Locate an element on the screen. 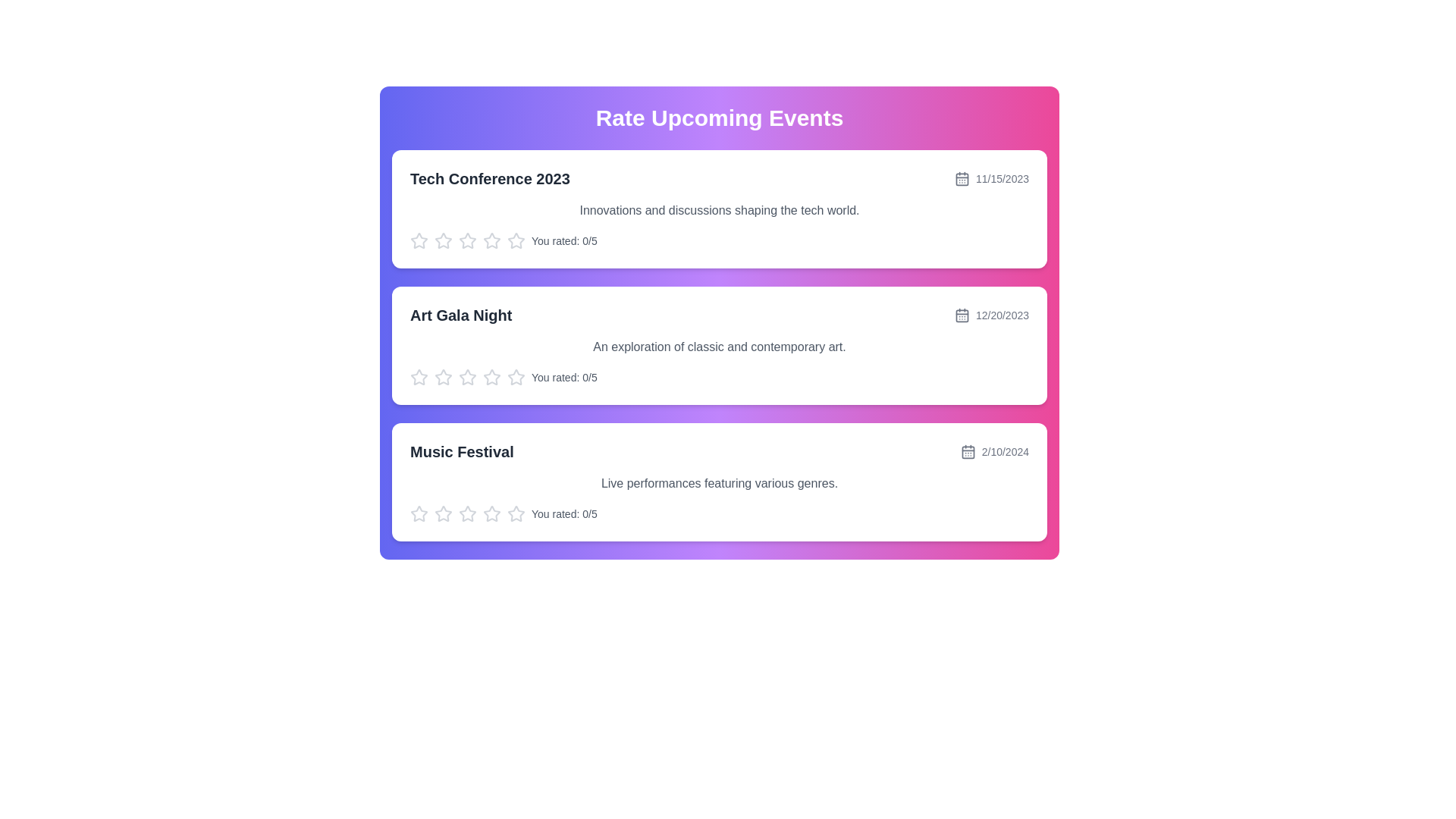 The width and height of the screenshot is (1456, 819). the calendar icon located in the 'Music Festival' section, positioned to the left of the date '2/10/2024' is located at coordinates (967, 451).